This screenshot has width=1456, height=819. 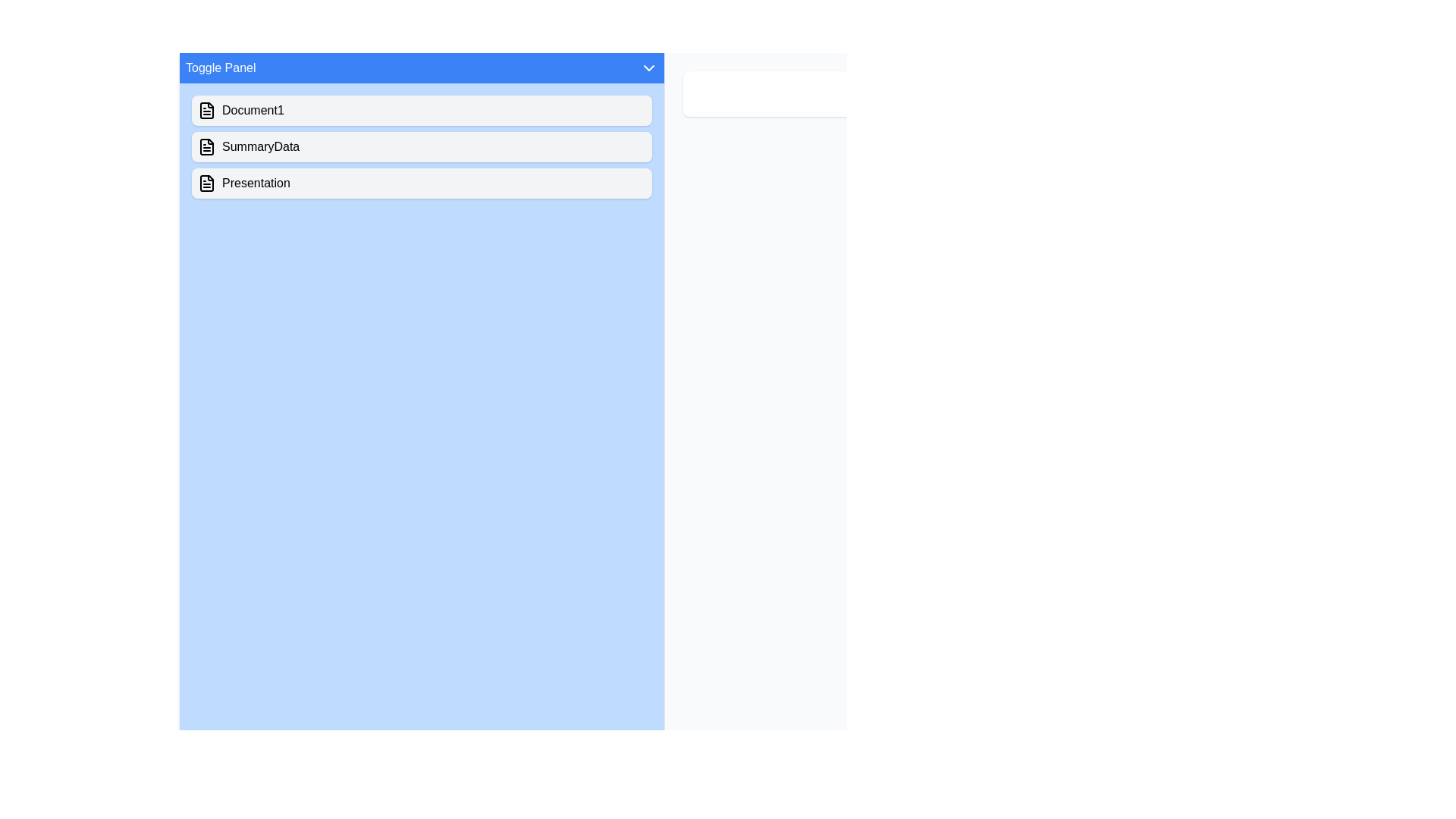 What do you see at coordinates (422, 110) in the screenshot?
I see `the button labeled 'Document1' that is styled with a rounded rectangle and light gray background, located at the top of a vertical stack of similar elements` at bounding box center [422, 110].